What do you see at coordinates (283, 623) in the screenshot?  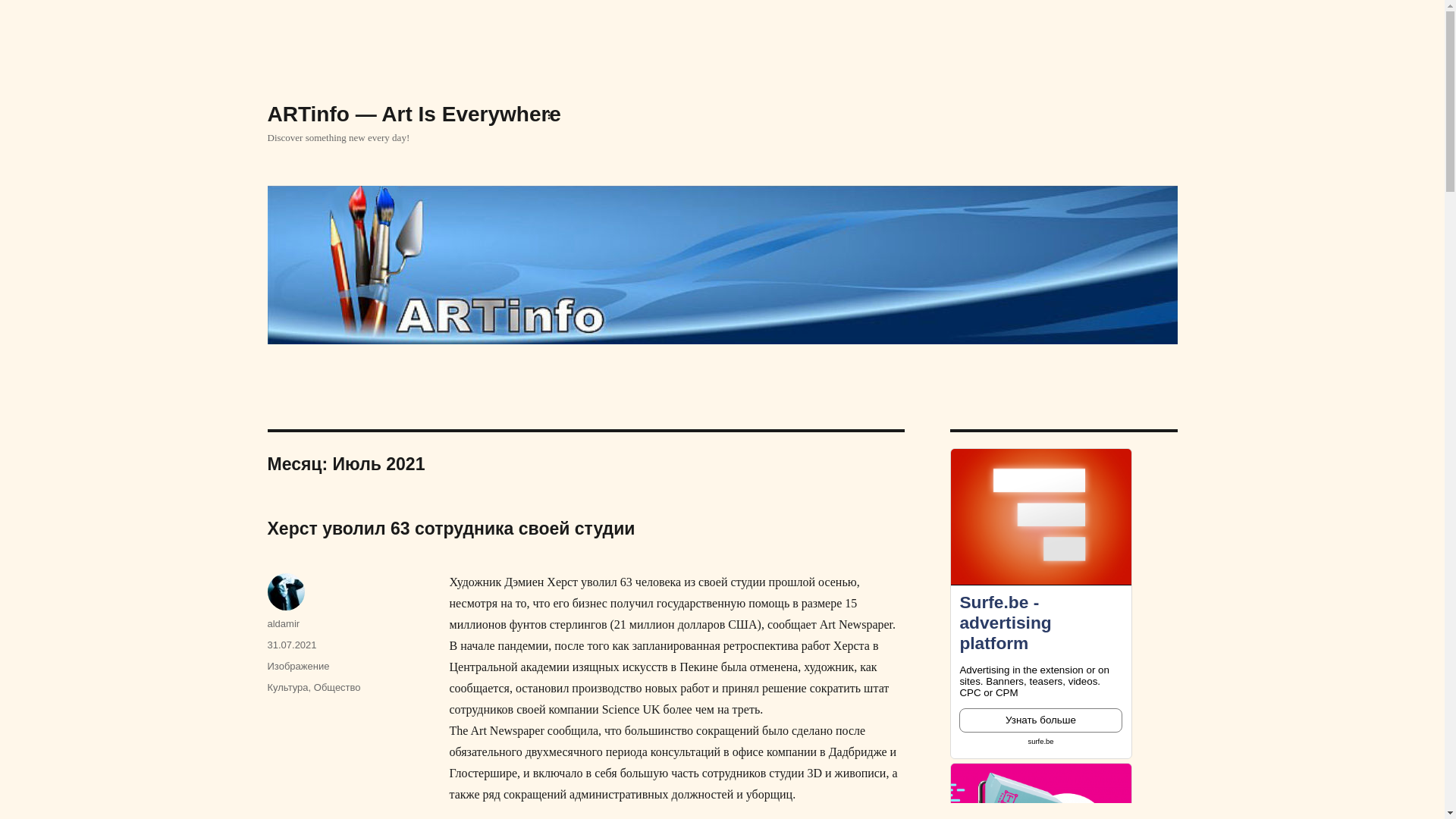 I see `'aldamir'` at bounding box center [283, 623].